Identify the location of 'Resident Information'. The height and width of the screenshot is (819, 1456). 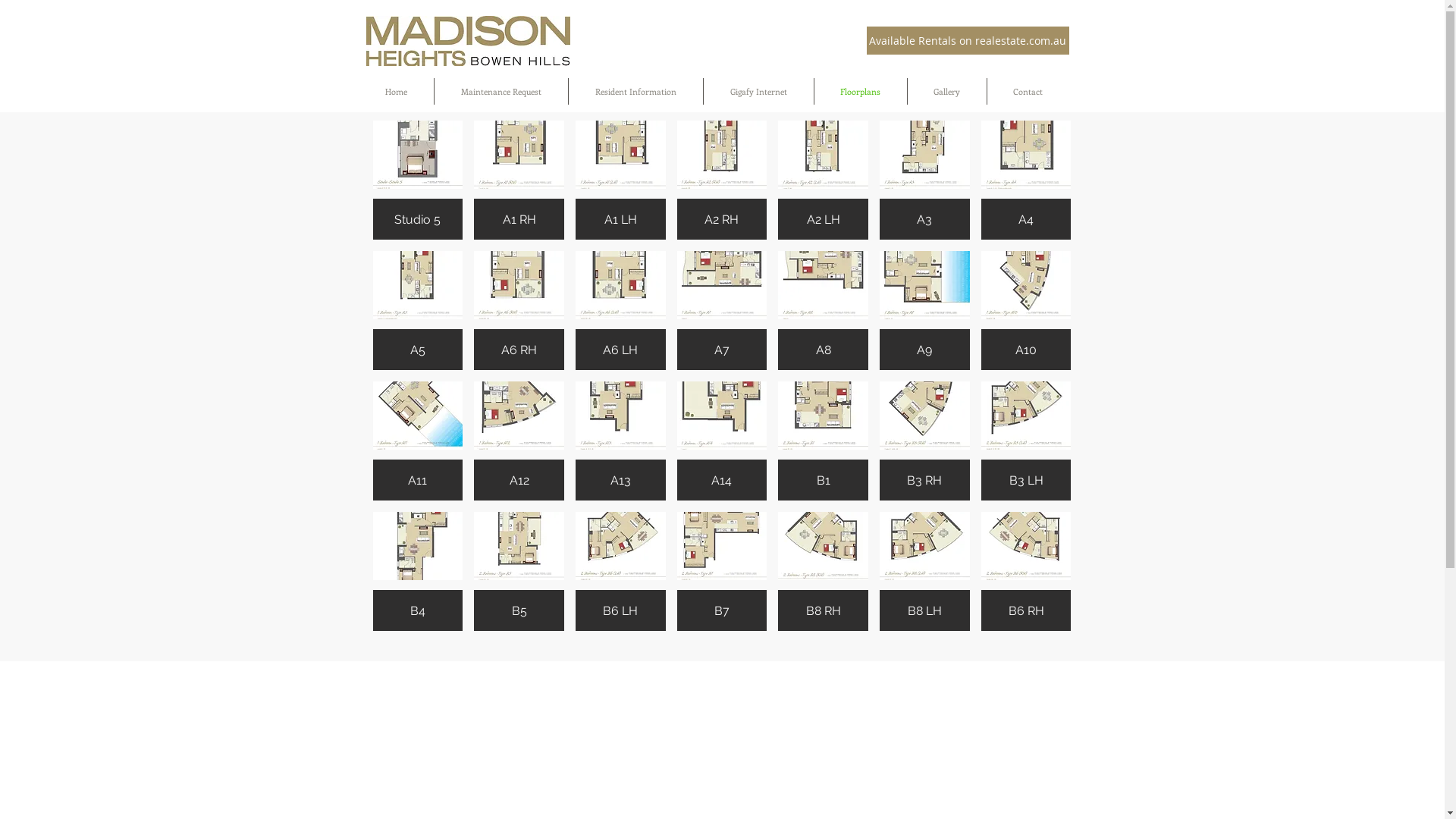
(567, 91).